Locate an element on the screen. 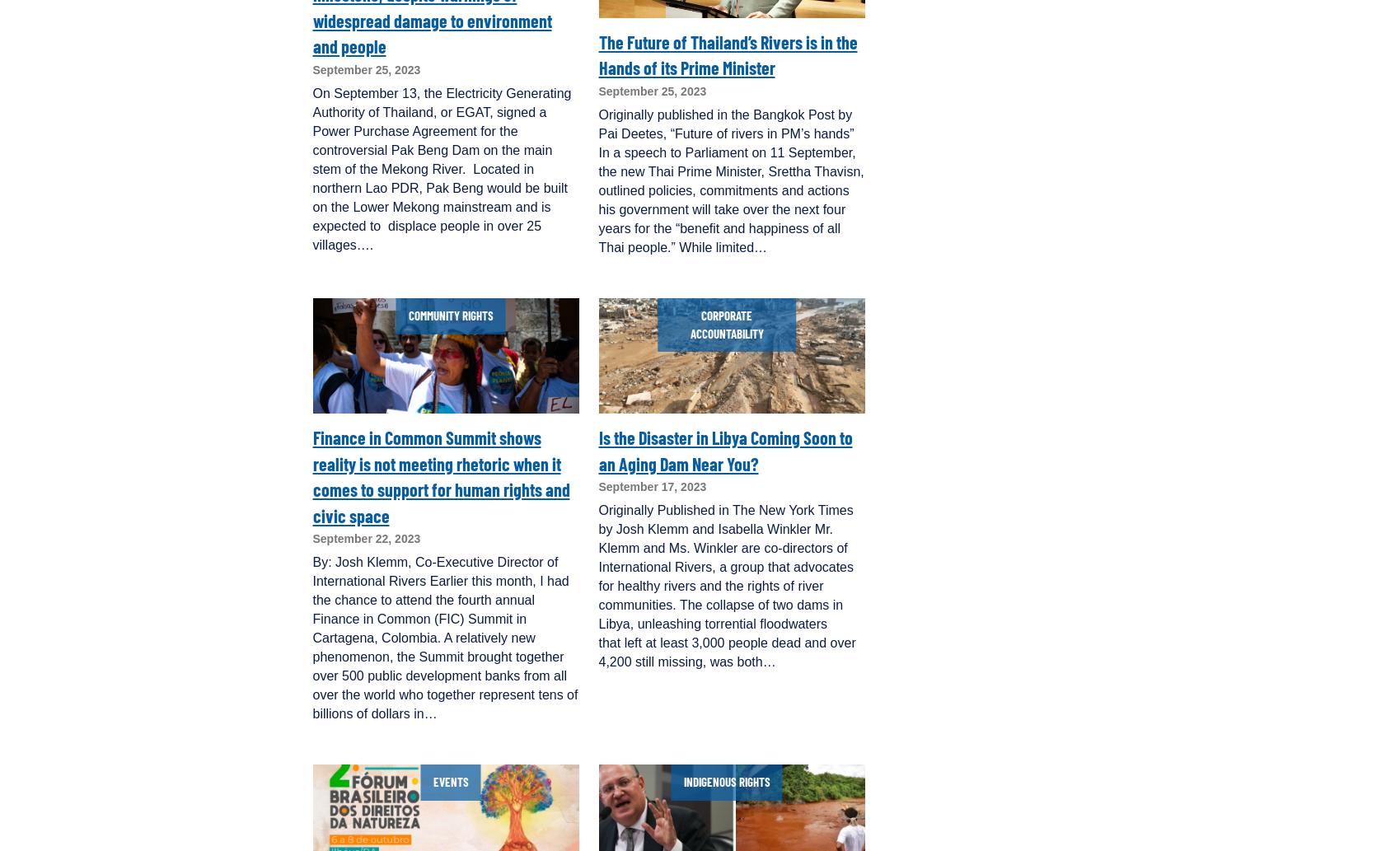 The image size is (1400, 851). 'Finance in Common Summit shows reality is not meeting rhetoric when it comes to support for human rights and civic space' is located at coordinates (440, 475).